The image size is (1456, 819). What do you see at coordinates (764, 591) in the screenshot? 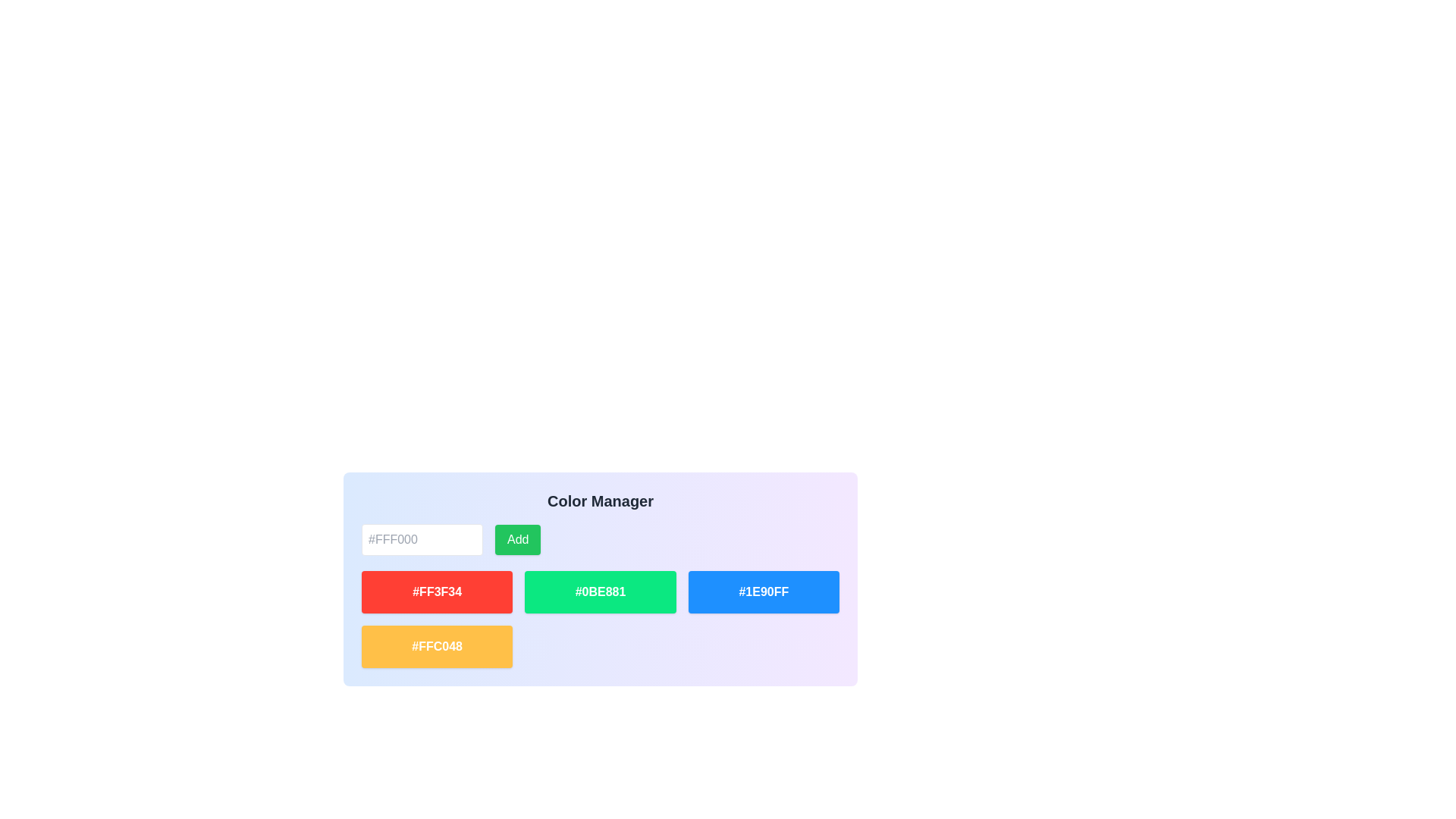
I see `the bold white text displaying the code '#1E90FF' that is centrally aligned on a blue rectangular background, located as the rightmost element in a row of similar colored containers` at bounding box center [764, 591].